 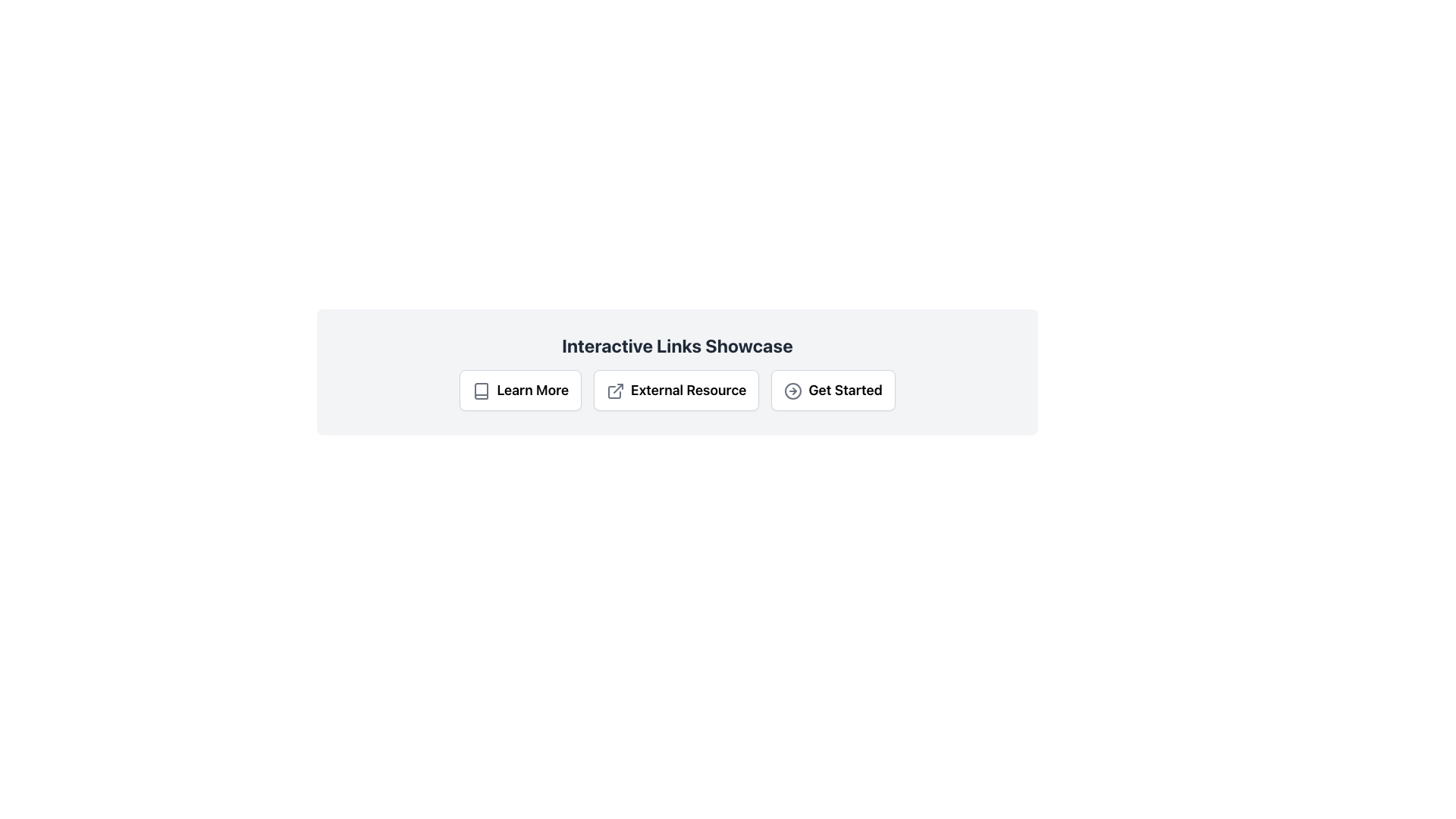 What do you see at coordinates (676, 390) in the screenshot?
I see `the second button labeled 'External Resource'` at bounding box center [676, 390].